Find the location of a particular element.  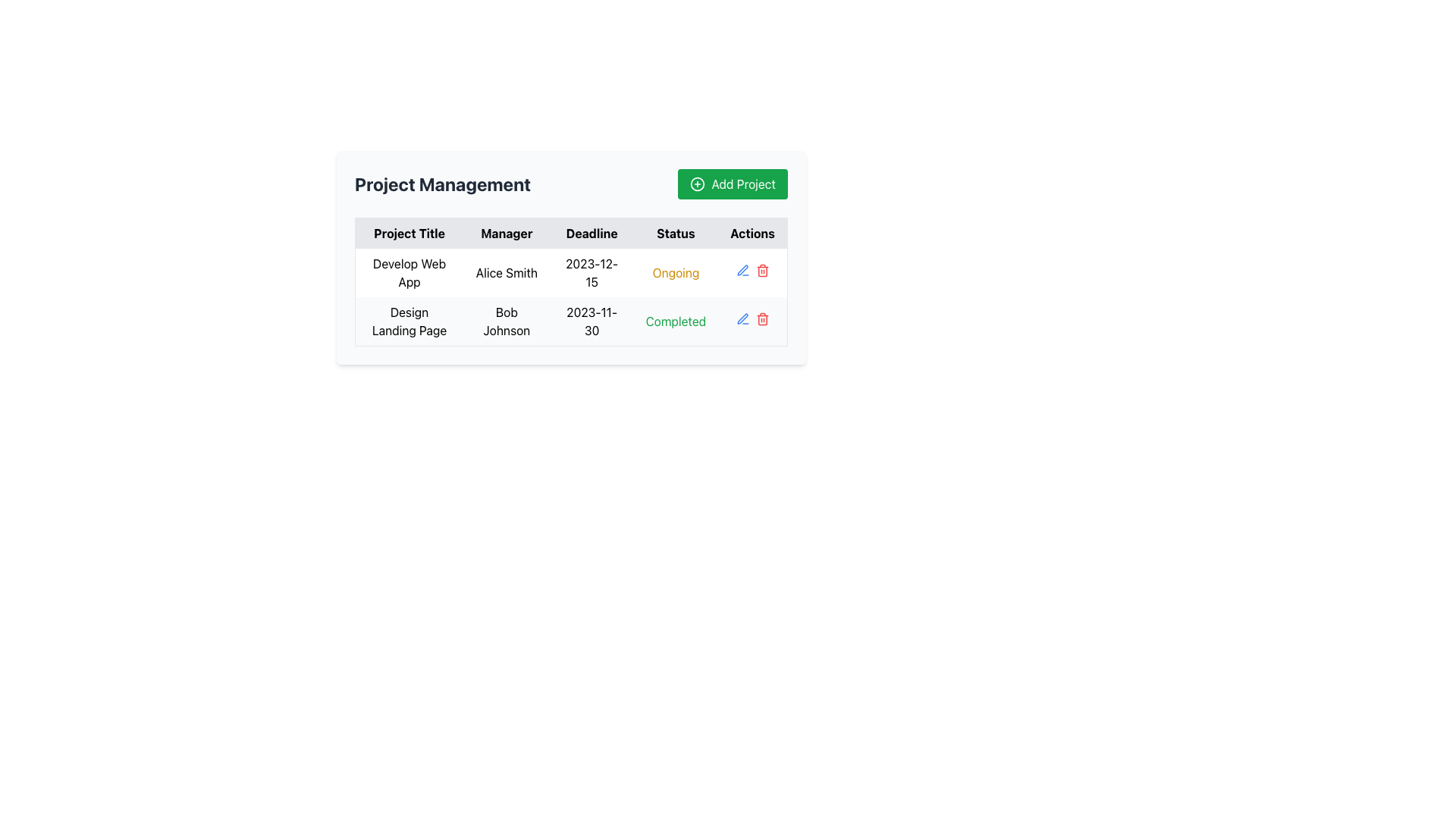

the Circle SVG element located in the top-right corner of the interface, which serves as a decorative or graphical component indicating an action or state is located at coordinates (697, 184).